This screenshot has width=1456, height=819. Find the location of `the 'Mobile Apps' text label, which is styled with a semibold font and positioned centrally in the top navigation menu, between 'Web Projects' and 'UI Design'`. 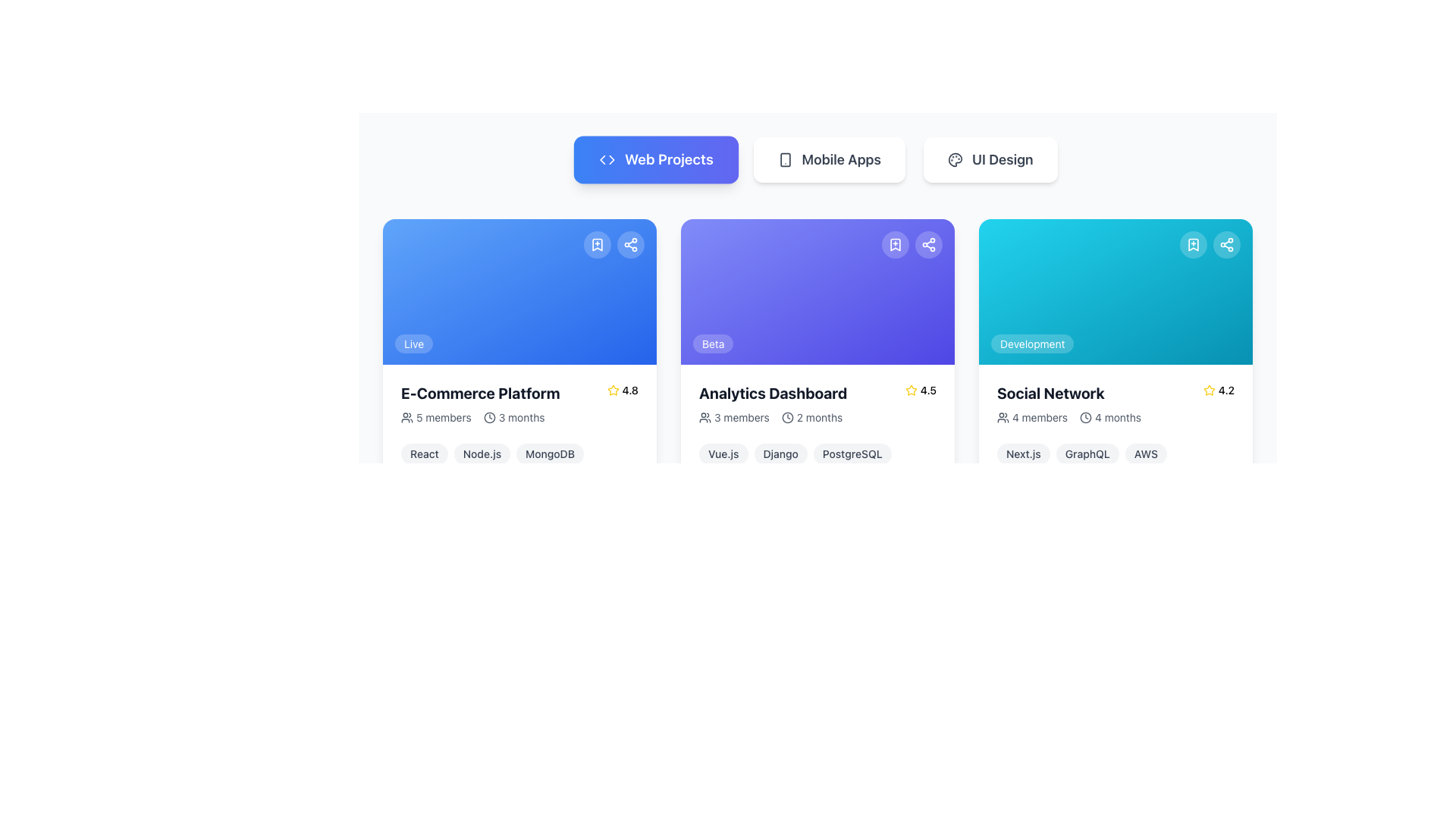

the 'Mobile Apps' text label, which is styled with a semibold font and positioned centrally in the top navigation menu, between 'Web Projects' and 'UI Design' is located at coordinates (840, 160).